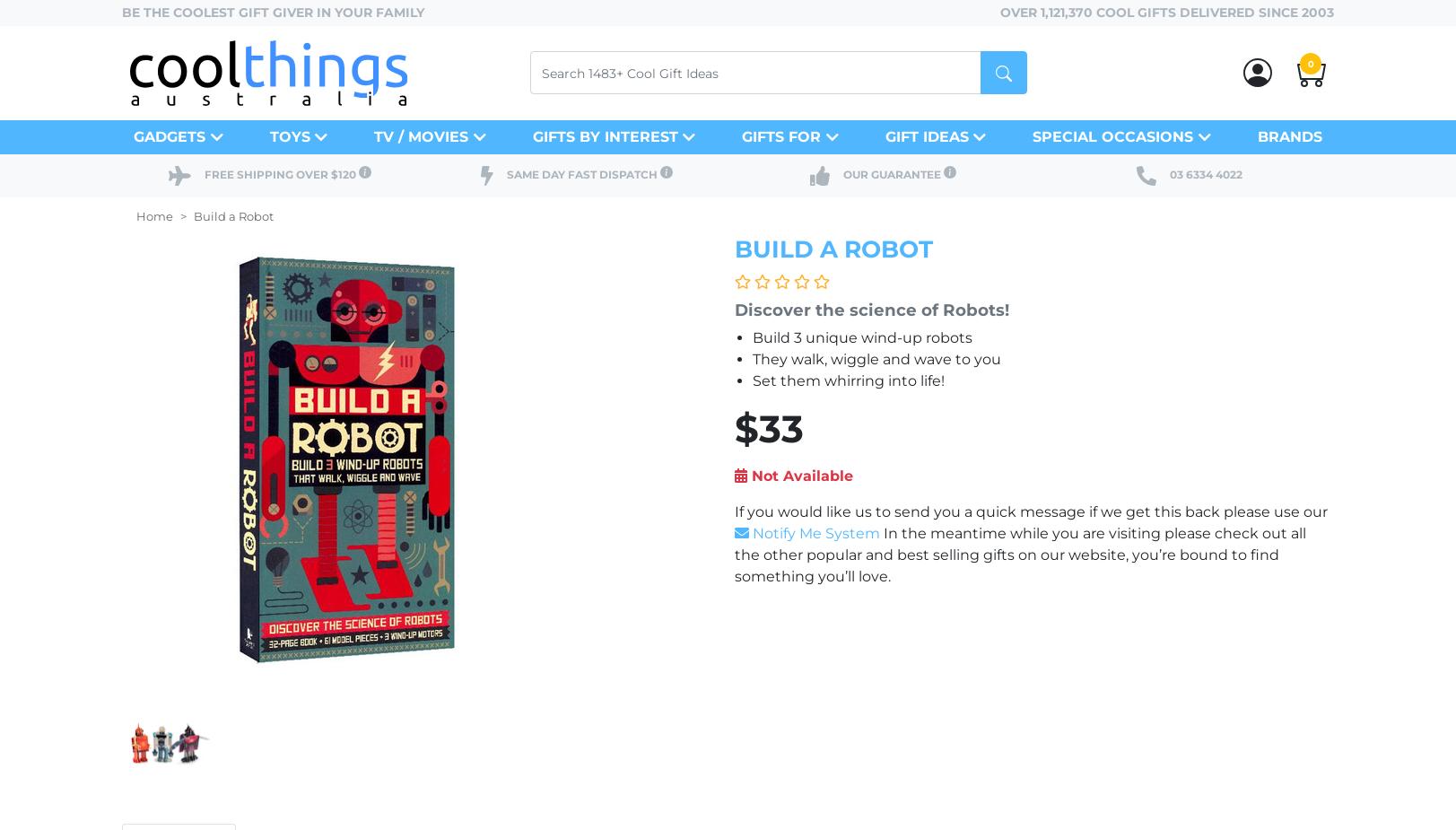 The height and width of the screenshot is (830, 1456). Describe the element at coordinates (854, 172) in the screenshot. I see `'Our'` at that location.